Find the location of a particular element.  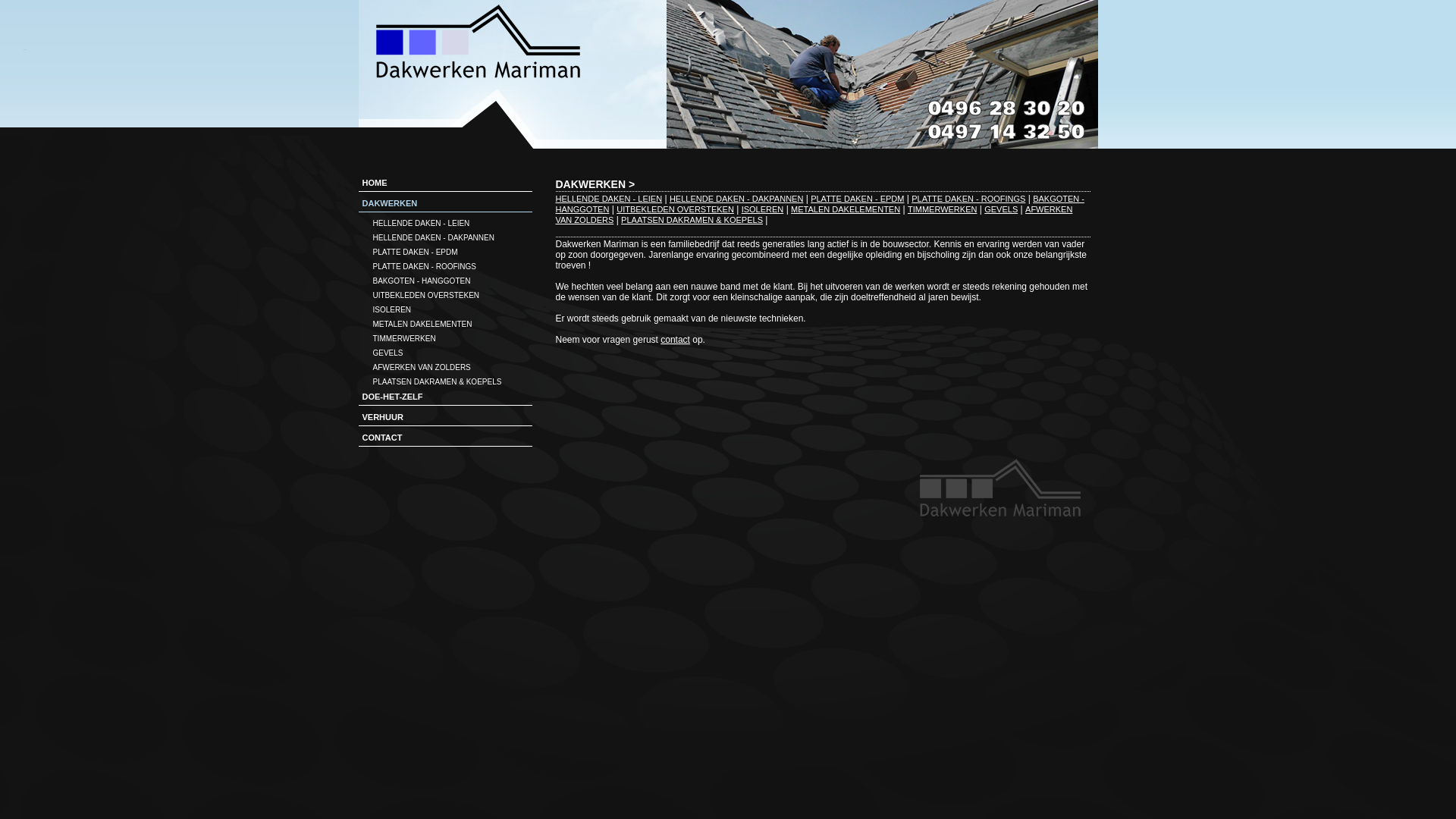

'contact' is located at coordinates (674, 338).